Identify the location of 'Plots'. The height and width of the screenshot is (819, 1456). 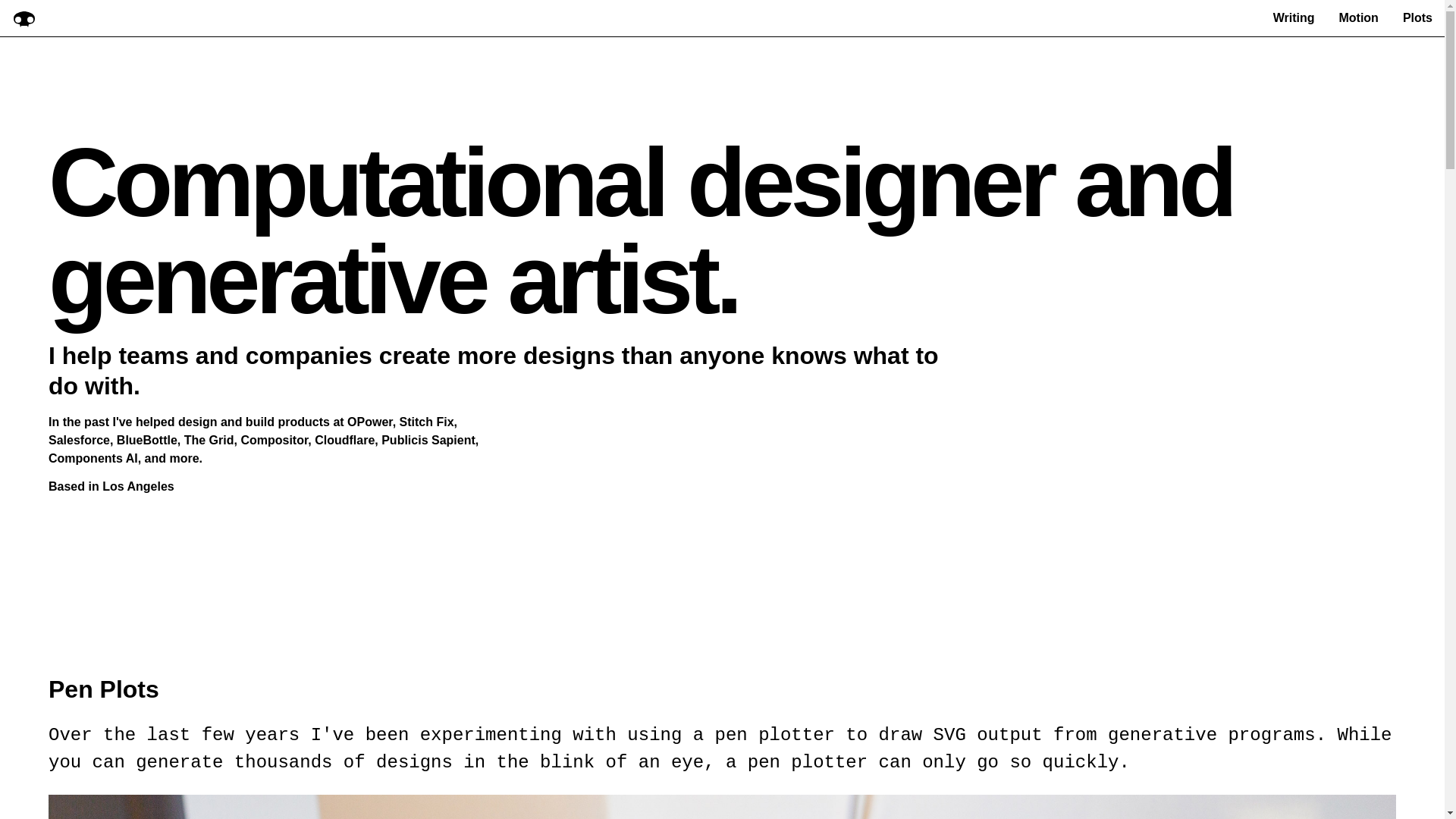
(1417, 17).